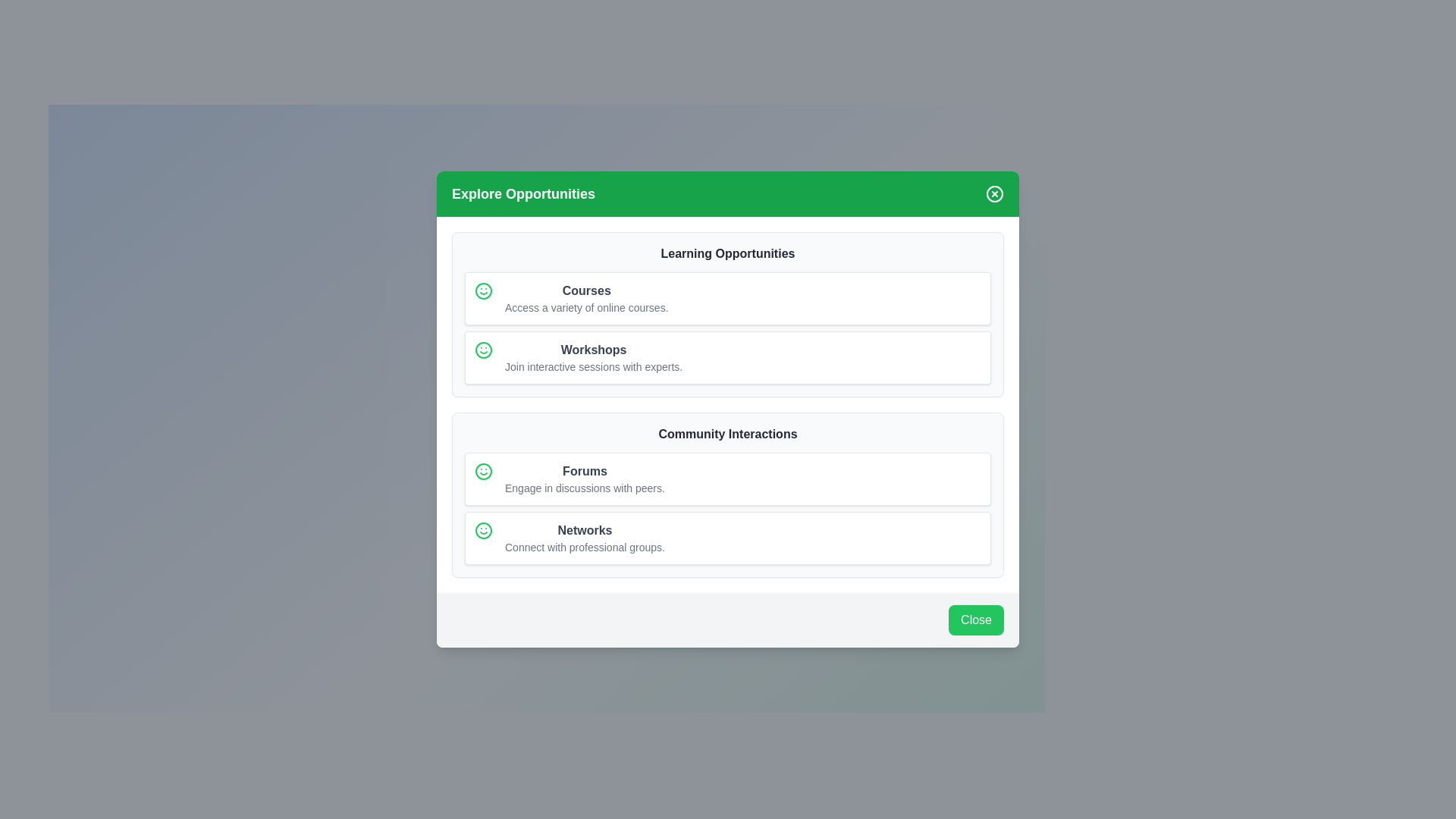  Describe the element at coordinates (585, 298) in the screenshot. I see `the Text block that introduces the 'Courses' section, located in the upper section of the modal under 'Learning Opportunities'` at that location.